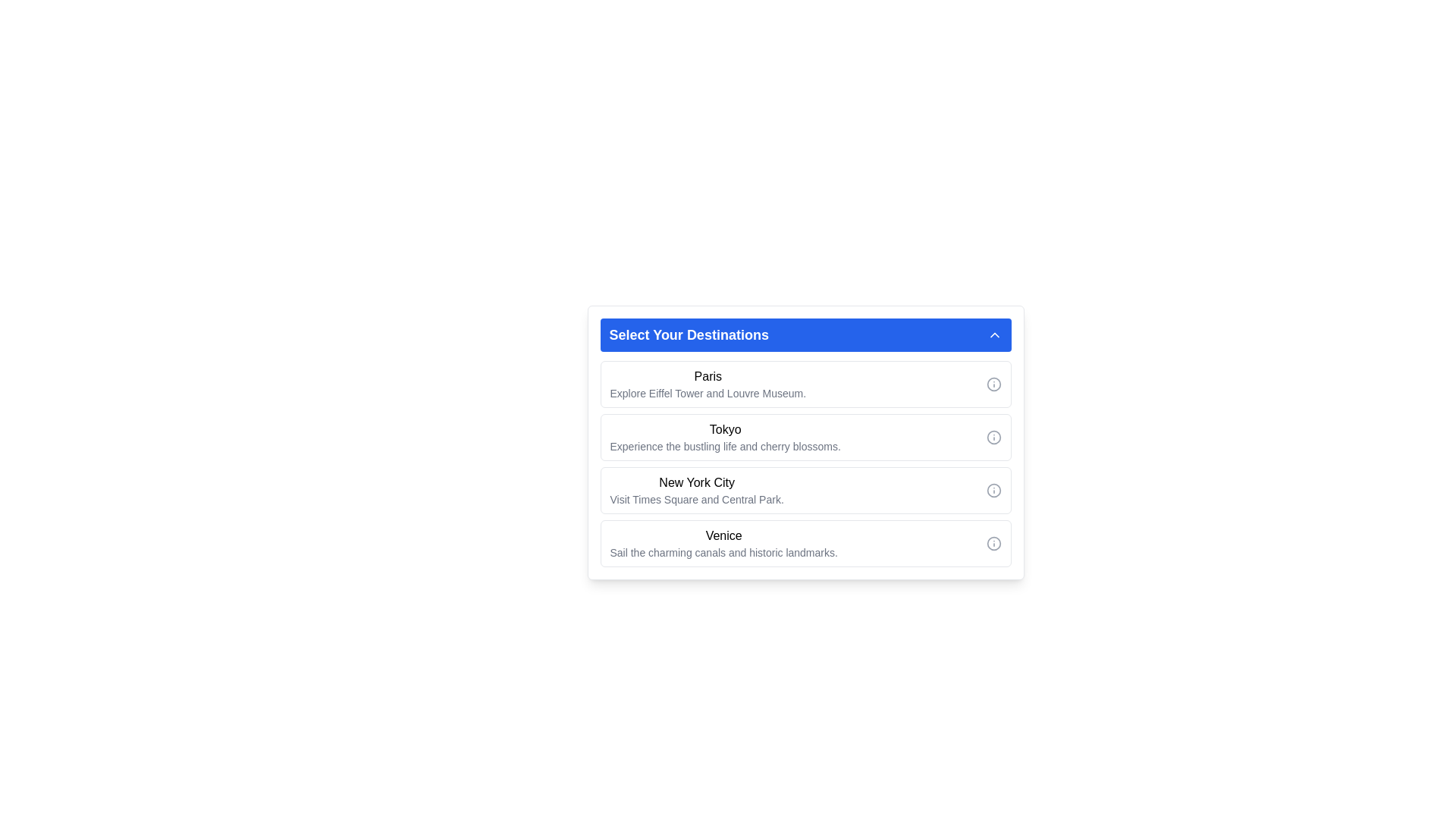 The width and height of the screenshot is (1456, 819). I want to click on the chevron icon positioned to the right of the text 'Select Your Destinations' in the blue header bar for visual feedback, so click(994, 334).